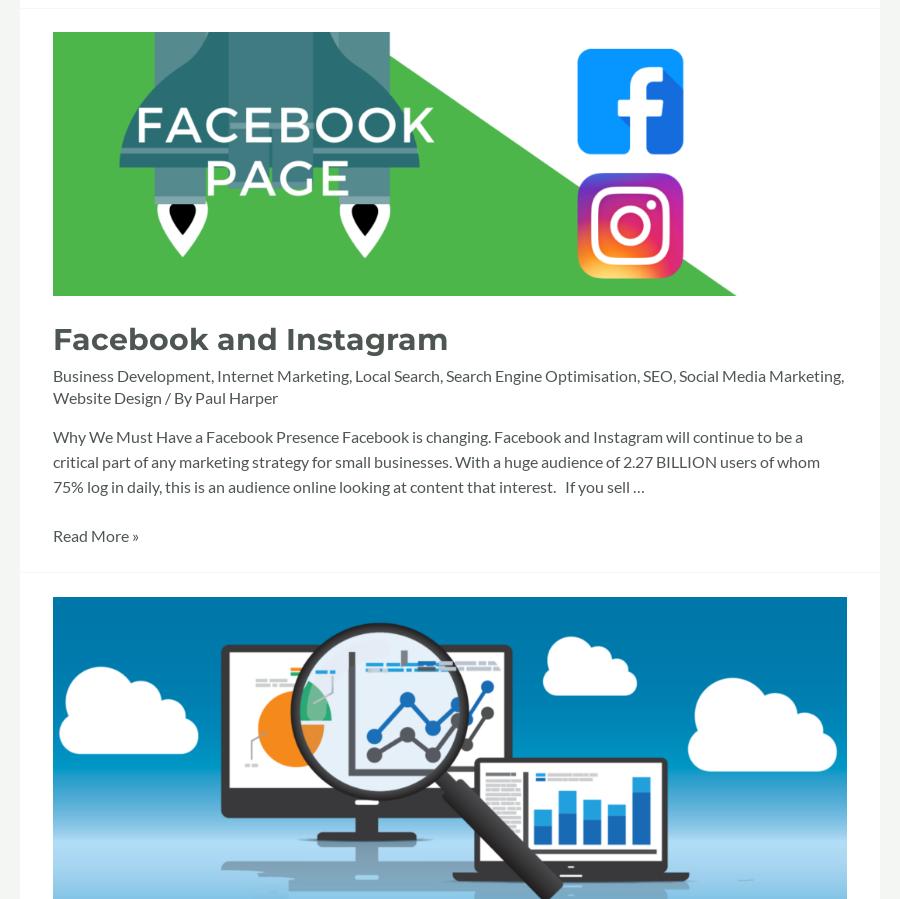 The height and width of the screenshot is (899, 900). I want to click on 'Why We Must Have a Facebook Presence Facebook is changing. Facebook and Instagram will continue to be a critical part of any marketing strategy for small businesses. With a huge audience of 2.27 BILLION users of whom 75% log in daily, this is an audience online looking at content that interest.   If you sell …', so click(436, 461).